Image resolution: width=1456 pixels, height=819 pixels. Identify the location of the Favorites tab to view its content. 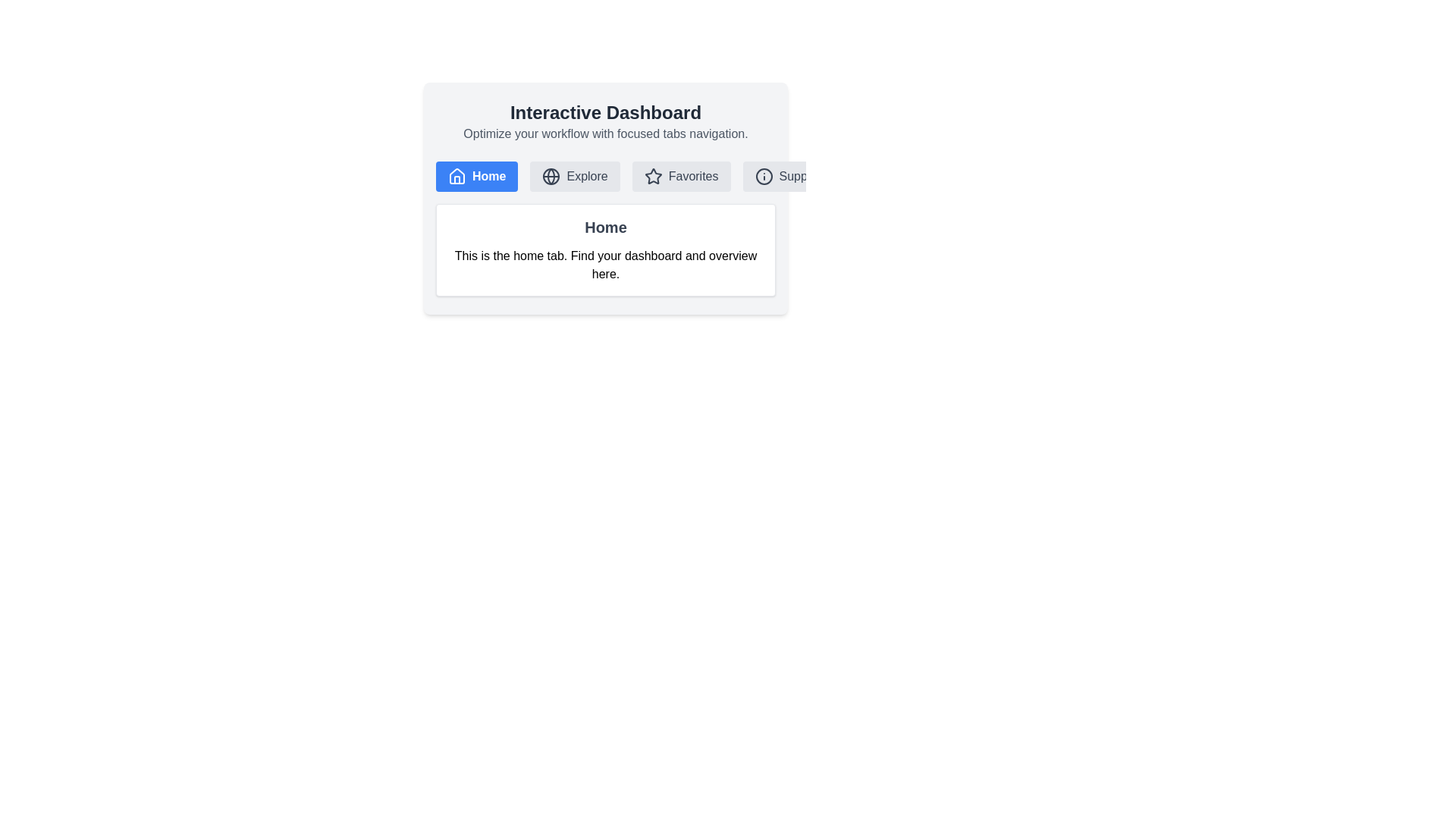
(680, 175).